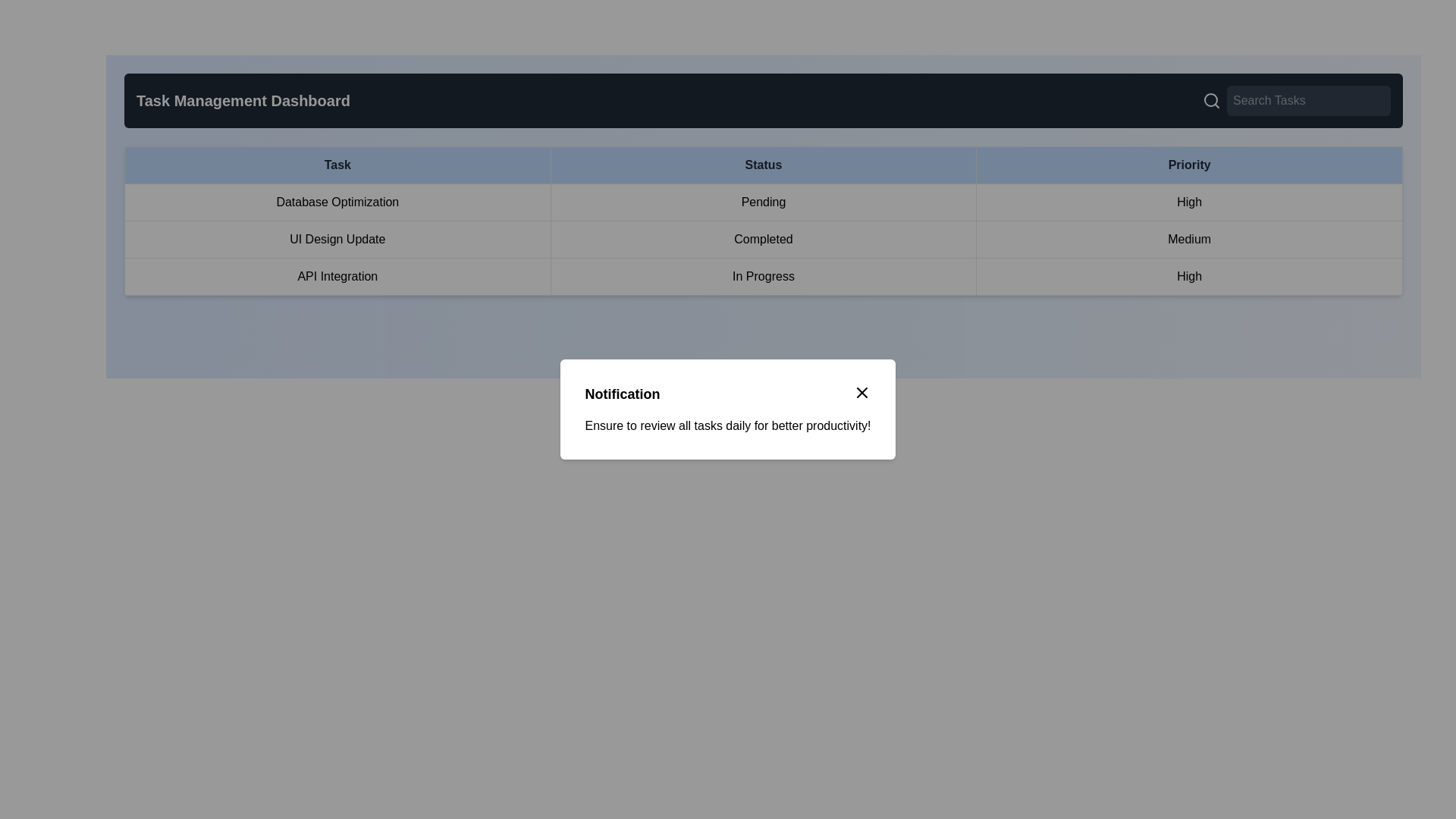 The height and width of the screenshot is (819, 1456). Describe the element at coordinates (764, 165) in the screenshot. I see `the table header row with a blue background containing the words 'Task,' 'Status,' and 'Priority.' This is the first row in the table under the 'Task Management Dashboard.'` at that location.